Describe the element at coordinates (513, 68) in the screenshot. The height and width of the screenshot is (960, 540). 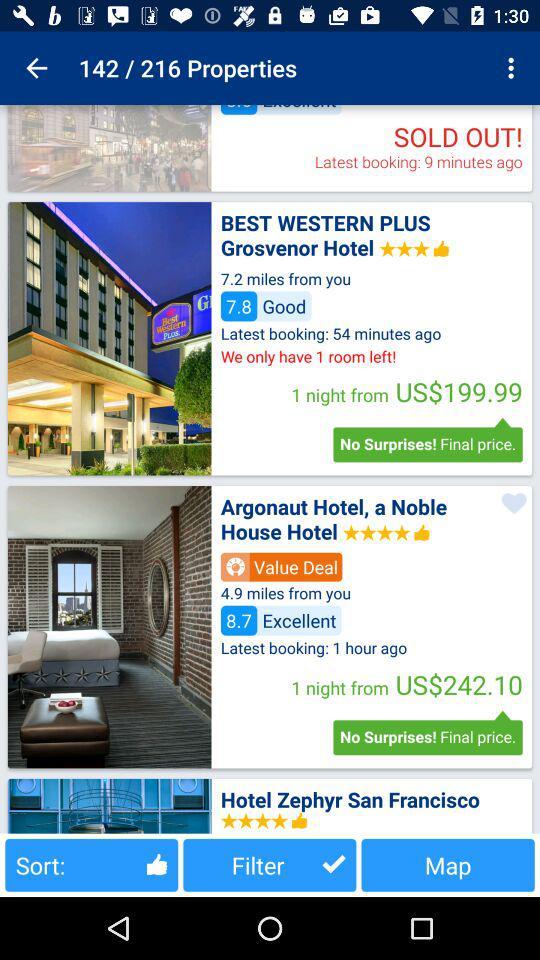
I see `the item to the right of excellent` at that location.